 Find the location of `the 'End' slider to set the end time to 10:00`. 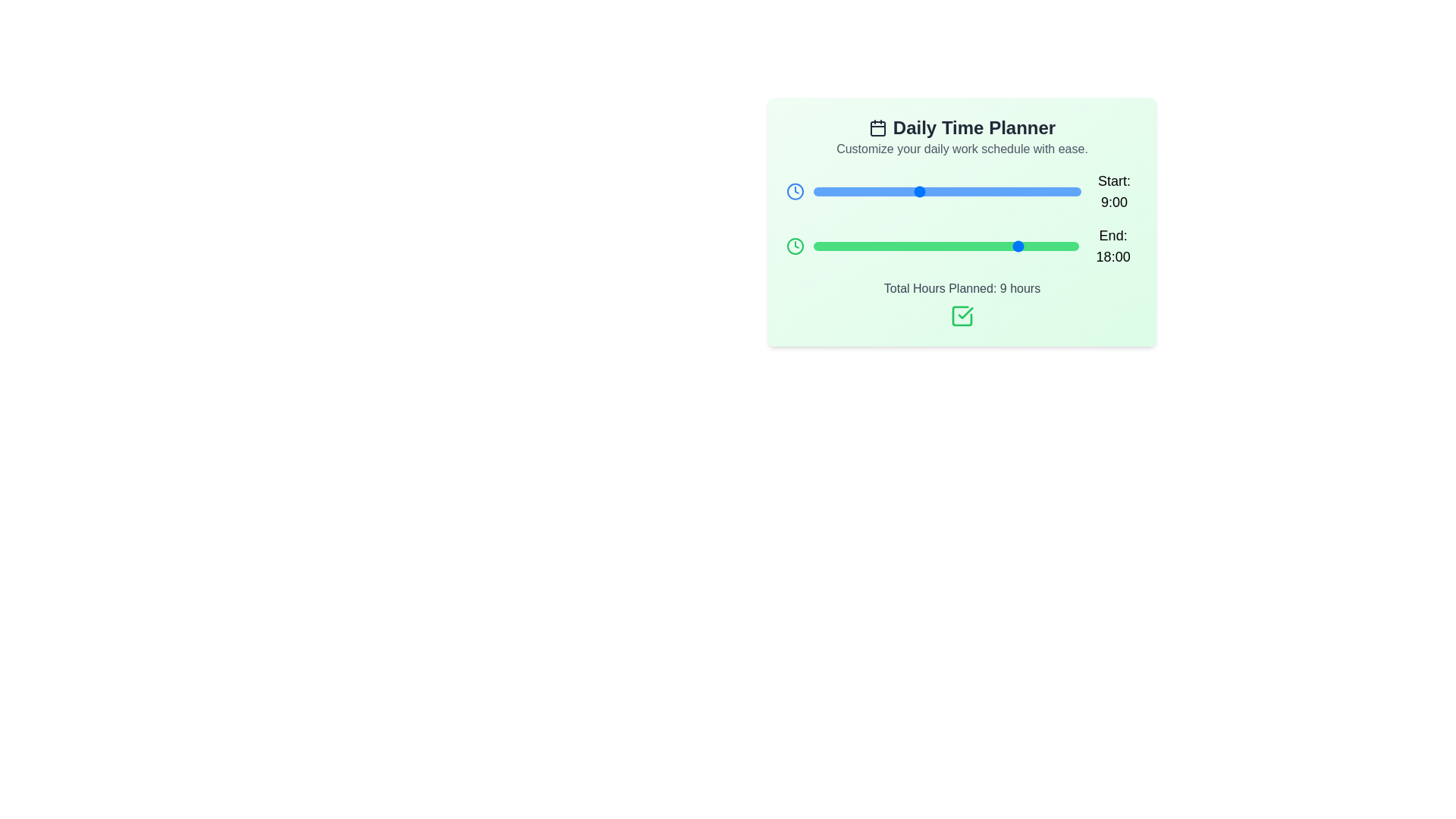

the 'End' slider to set the end time to 10:00 is located at coordinates (928, 245).